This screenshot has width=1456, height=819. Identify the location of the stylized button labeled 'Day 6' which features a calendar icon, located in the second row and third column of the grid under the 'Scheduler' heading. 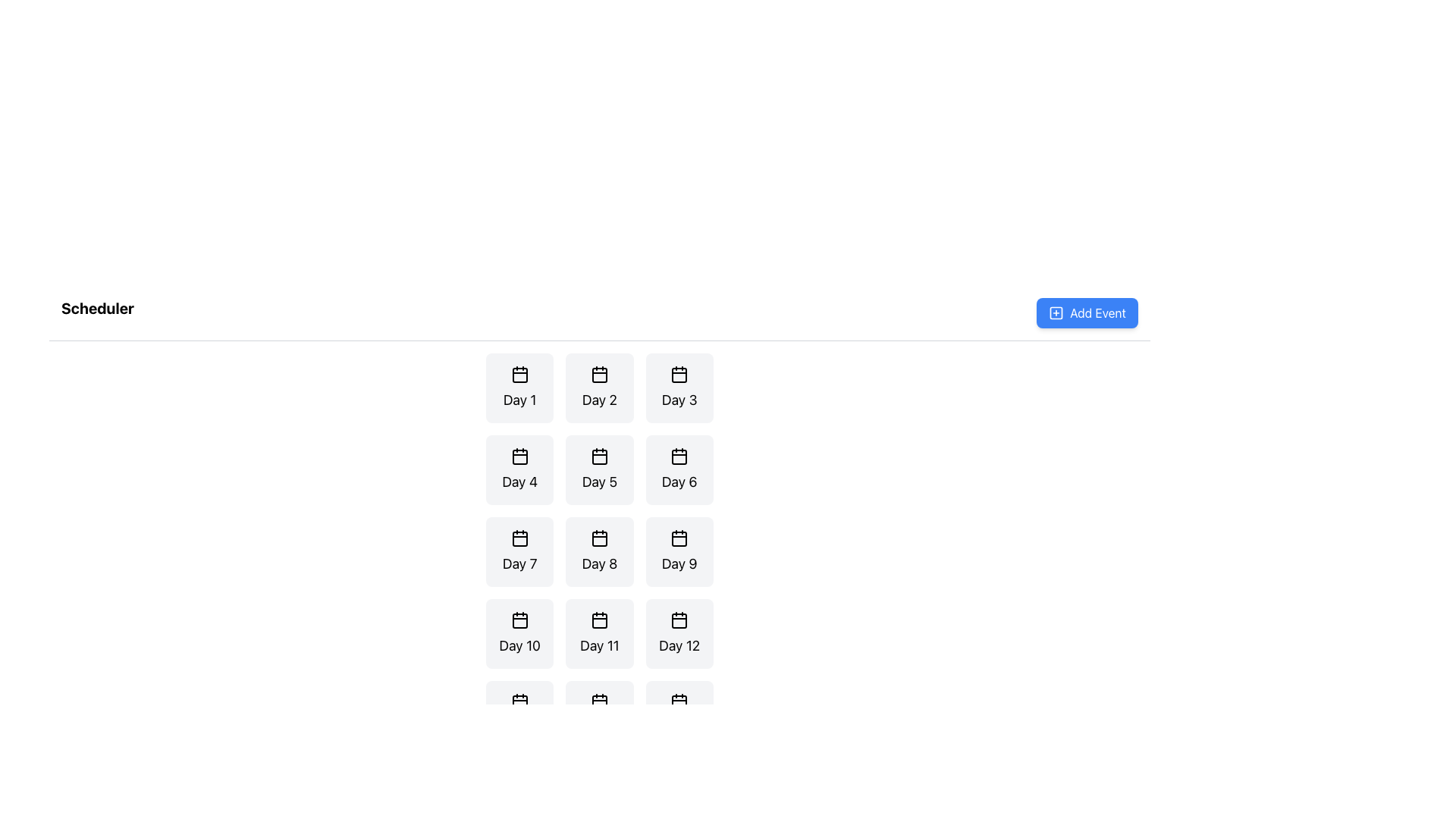
(679, 469).